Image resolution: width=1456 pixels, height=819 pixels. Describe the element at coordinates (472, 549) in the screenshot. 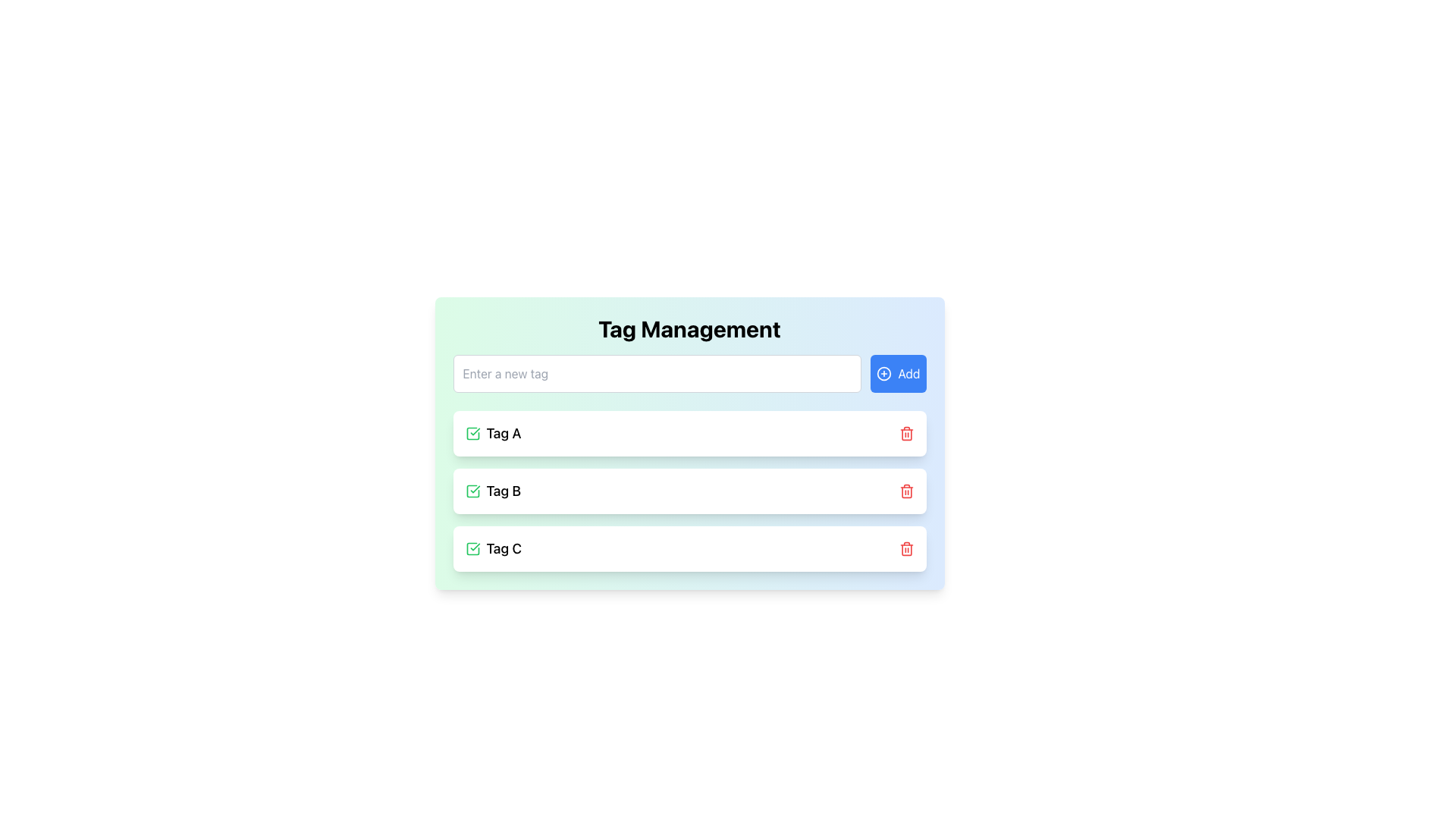

I see `the icon indicating that 'Tag C' is selected or active, which is located to the left of the tag label text` at that location.